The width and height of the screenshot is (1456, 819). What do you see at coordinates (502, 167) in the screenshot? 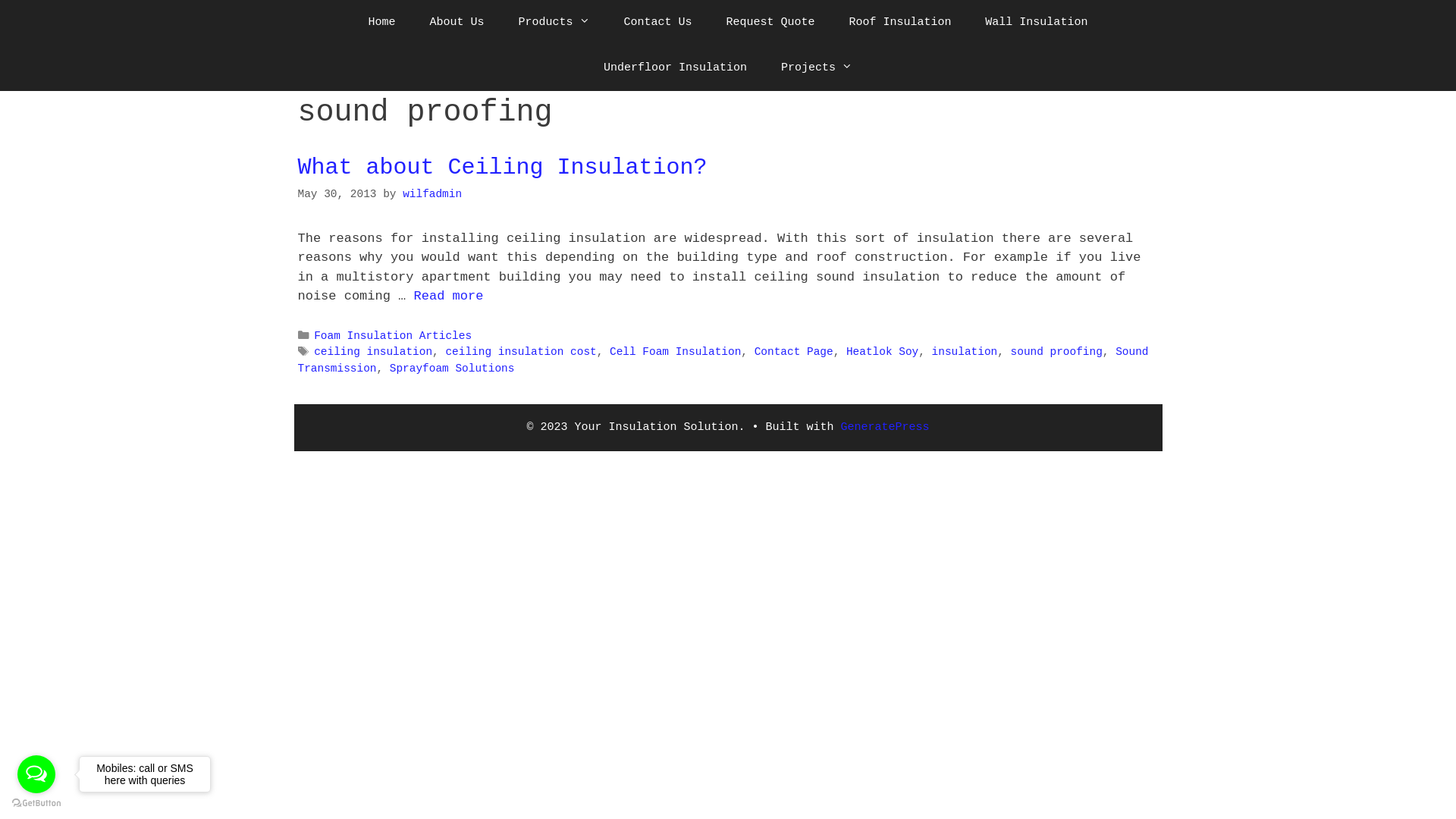
I see `'What about Ceiling Insulation?'` at bounding box center [502, 167].